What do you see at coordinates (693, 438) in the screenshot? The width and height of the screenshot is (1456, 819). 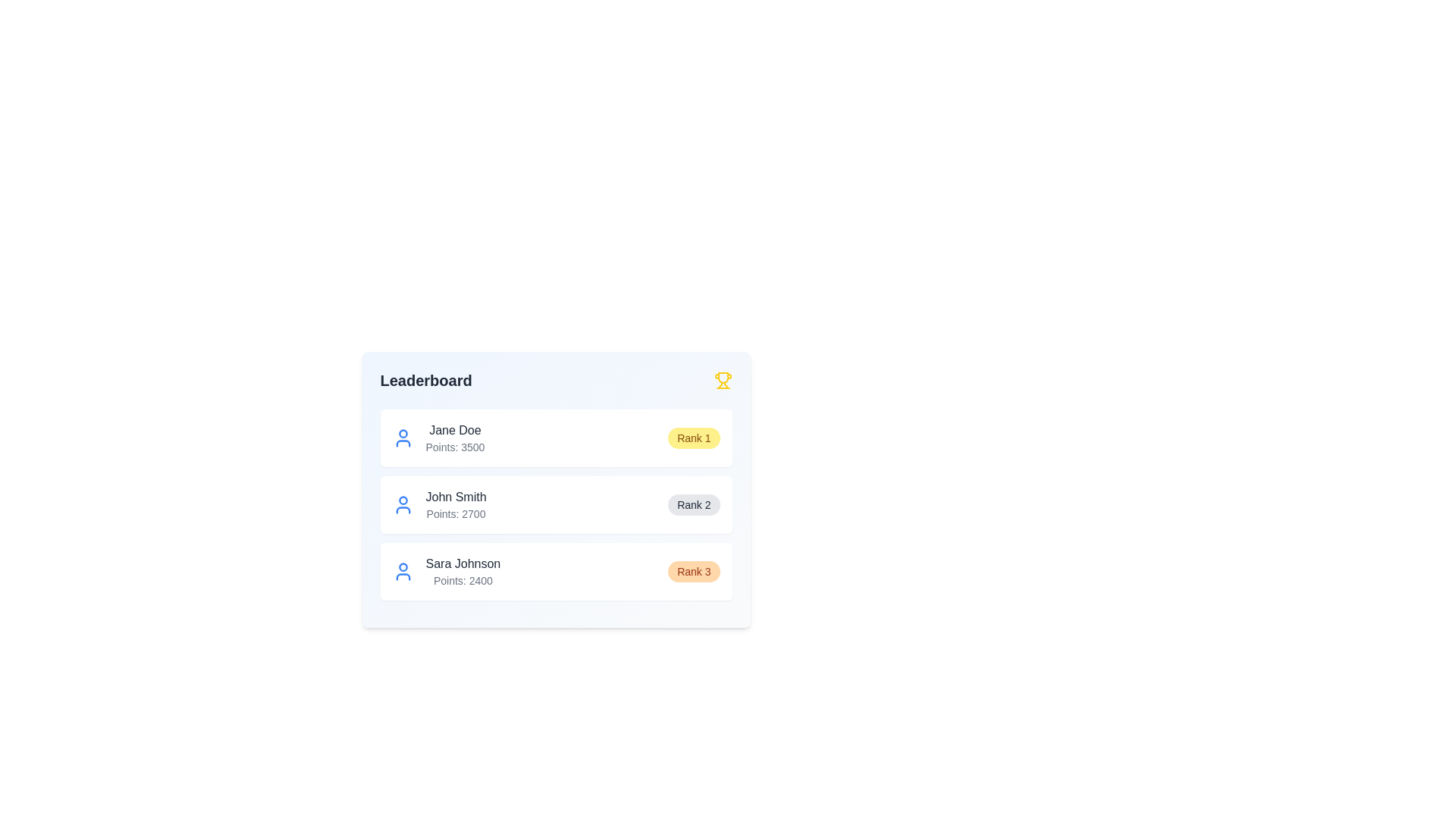 I see `the 'Rank 1' badge, a pill-shaped element with a yellow background, located at the top-right corner of the leaderboard card for user 'Jane Doe'` at bounding box center [693, 438].